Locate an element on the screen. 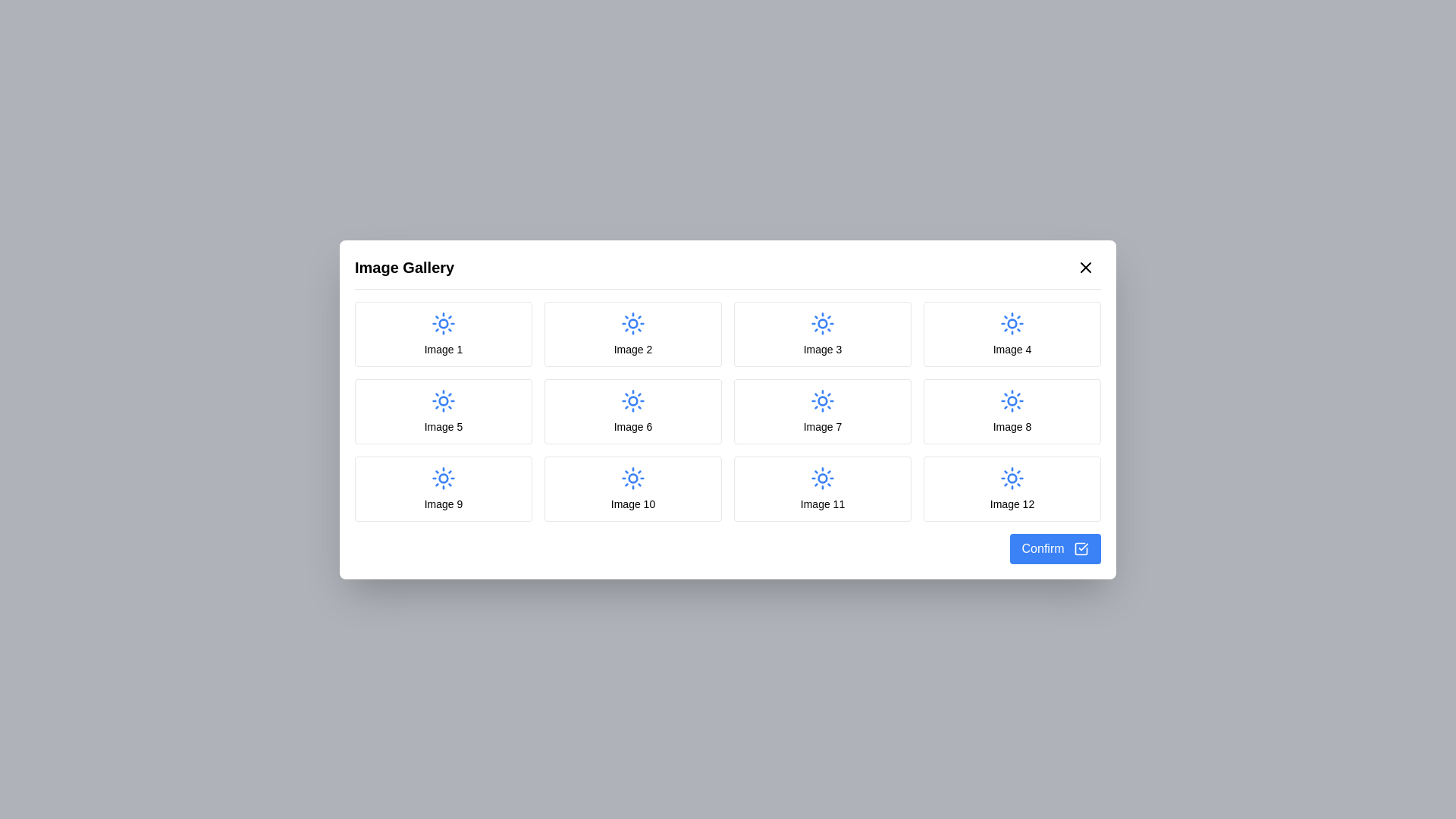 The width and height of the screenshot is (1456, 819). close button located in the top-right corner of the dialog is located at coordinates (1084, 266).